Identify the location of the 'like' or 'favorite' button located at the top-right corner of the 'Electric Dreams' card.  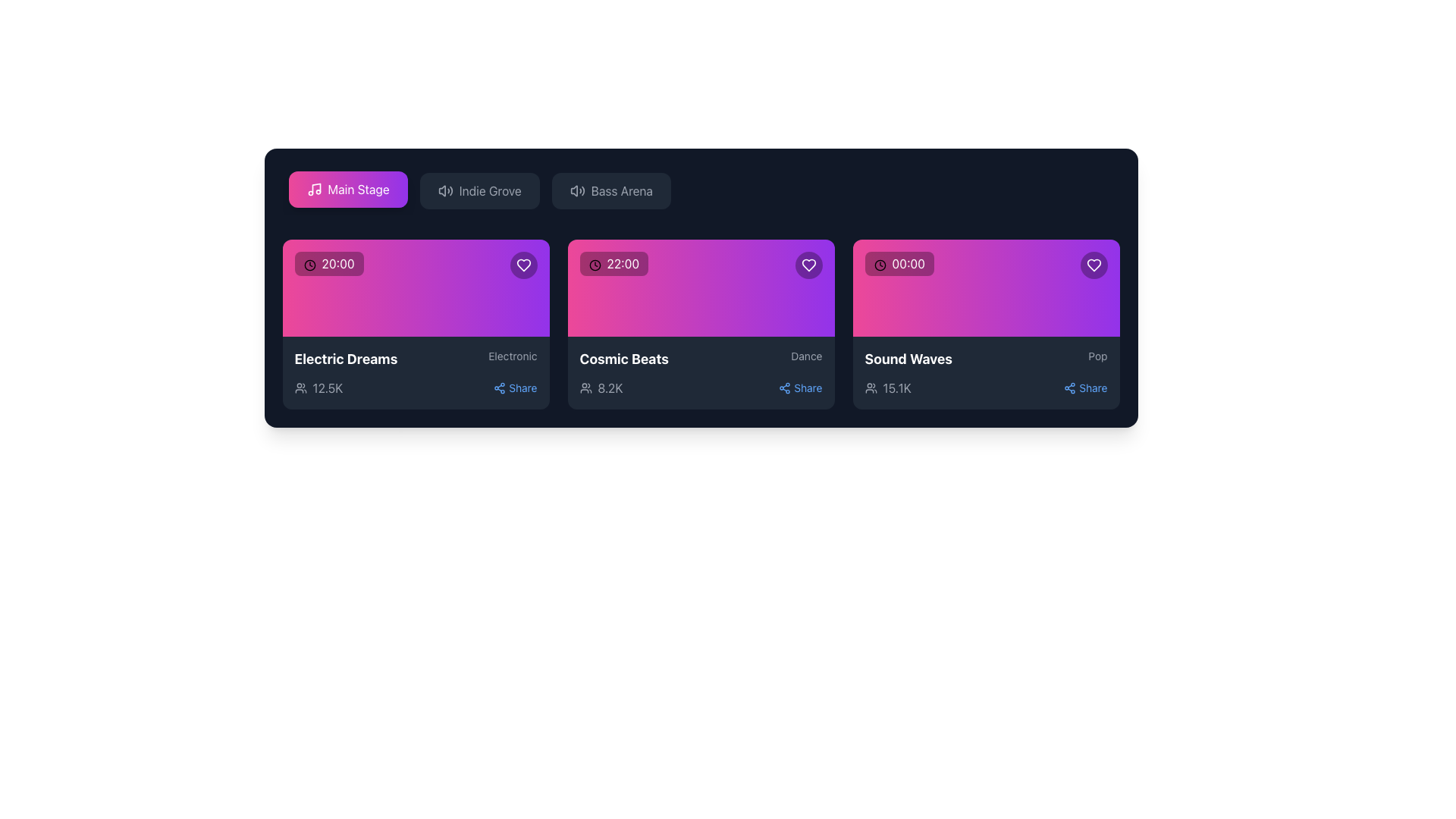
(523, 265).